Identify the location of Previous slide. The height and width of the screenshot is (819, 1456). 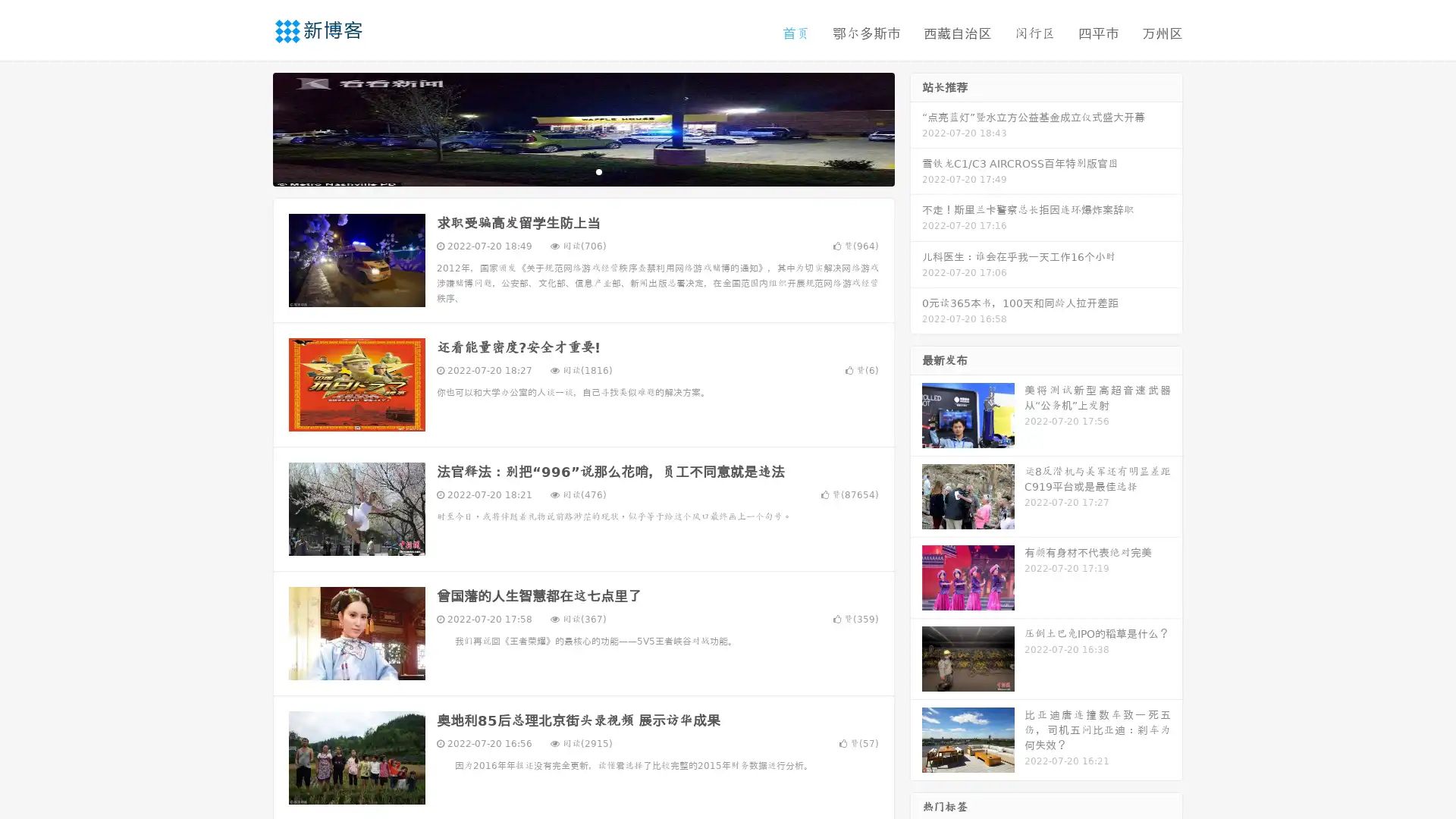
(250, 127).